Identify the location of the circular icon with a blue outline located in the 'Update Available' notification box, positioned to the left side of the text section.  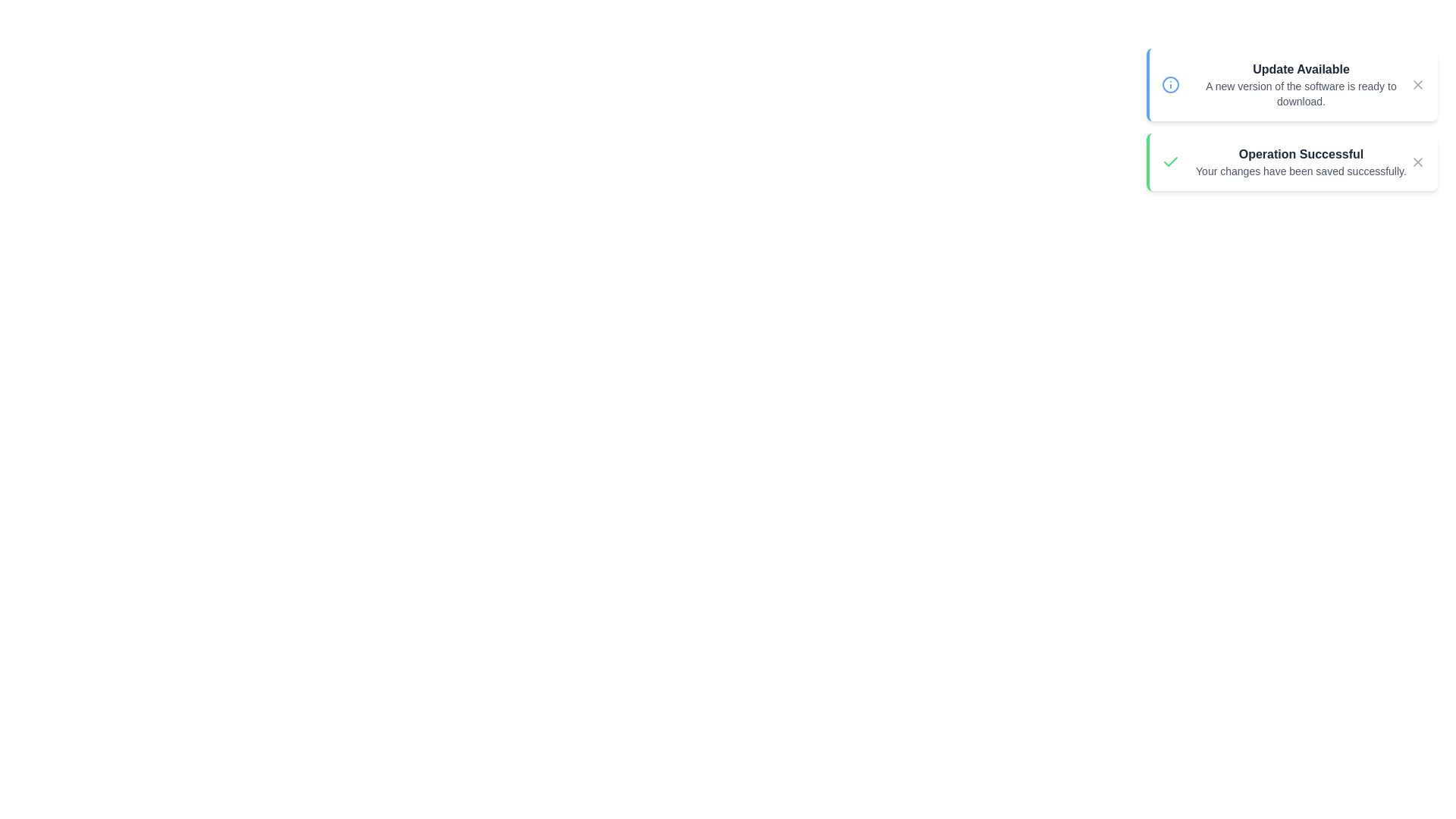
(1170, 84).